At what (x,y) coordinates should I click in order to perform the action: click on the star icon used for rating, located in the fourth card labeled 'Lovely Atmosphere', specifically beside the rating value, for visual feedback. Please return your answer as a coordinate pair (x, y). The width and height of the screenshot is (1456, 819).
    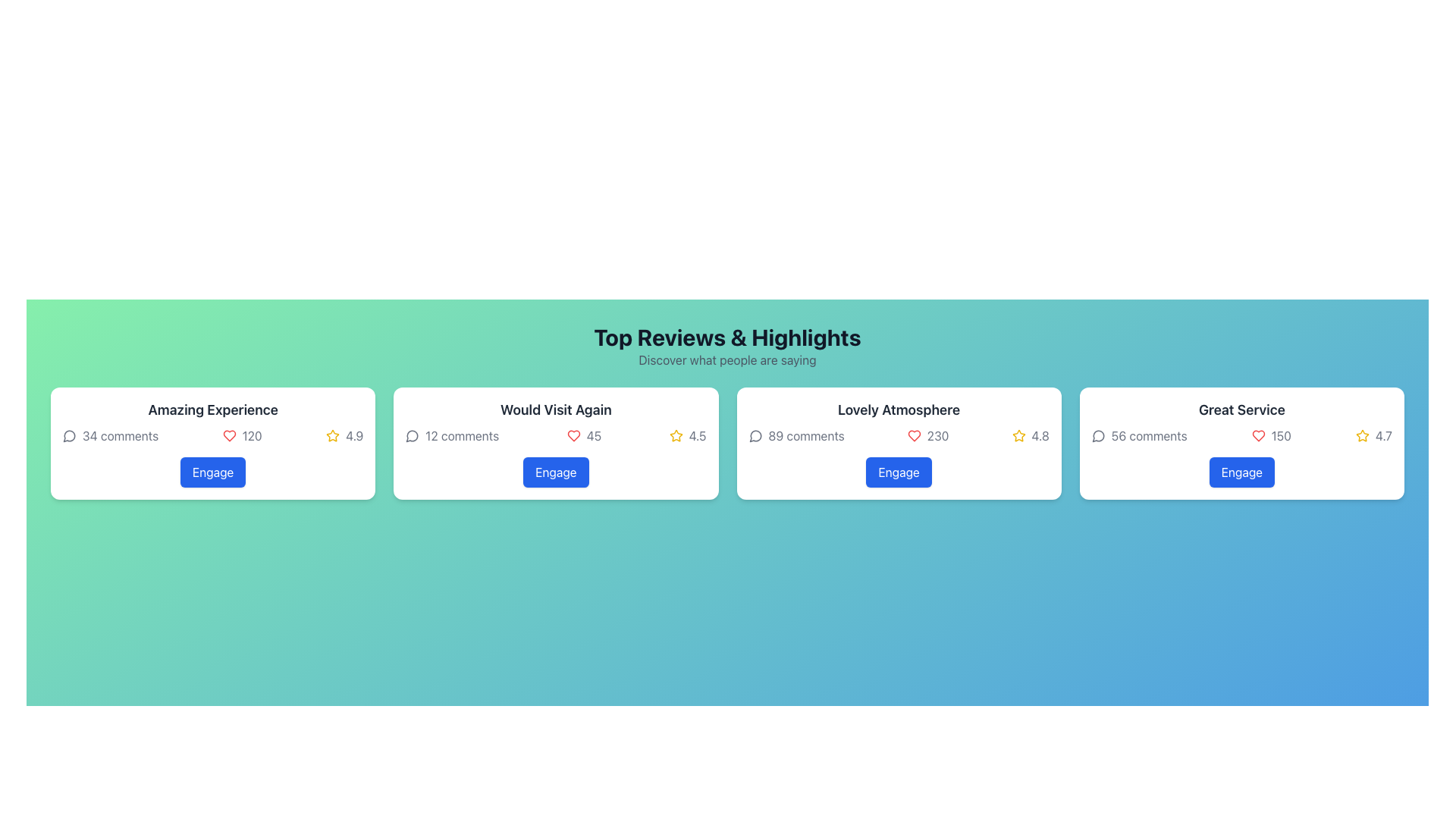
    Looking at the image, I should click on (1018, 435).